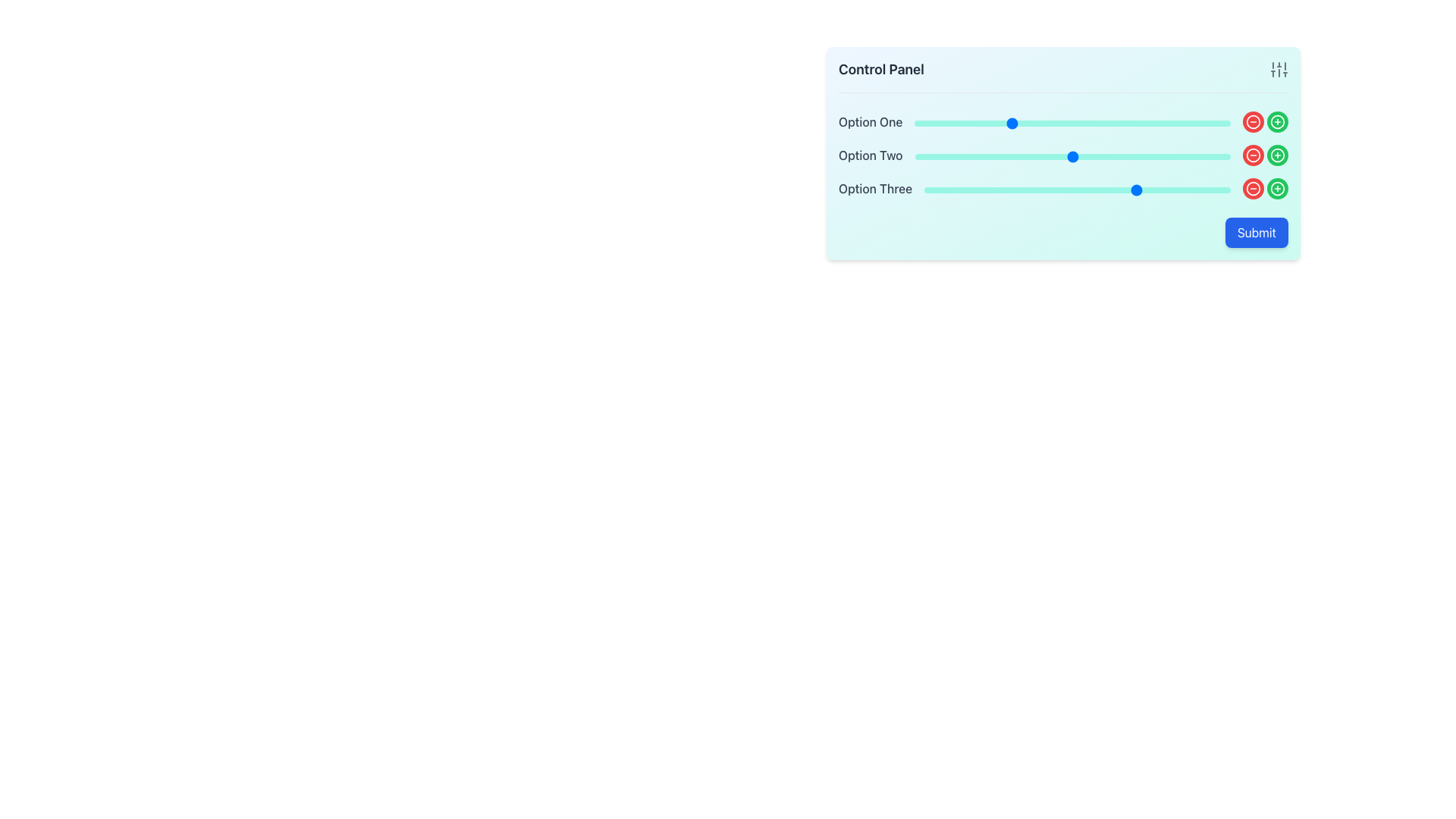 Image resolution: width=1456 pixels, height=819 pixels. What do you see at coordinates (1009, 122) in the screenshot?
I see `the slider` at bounding box center [1009, 122].